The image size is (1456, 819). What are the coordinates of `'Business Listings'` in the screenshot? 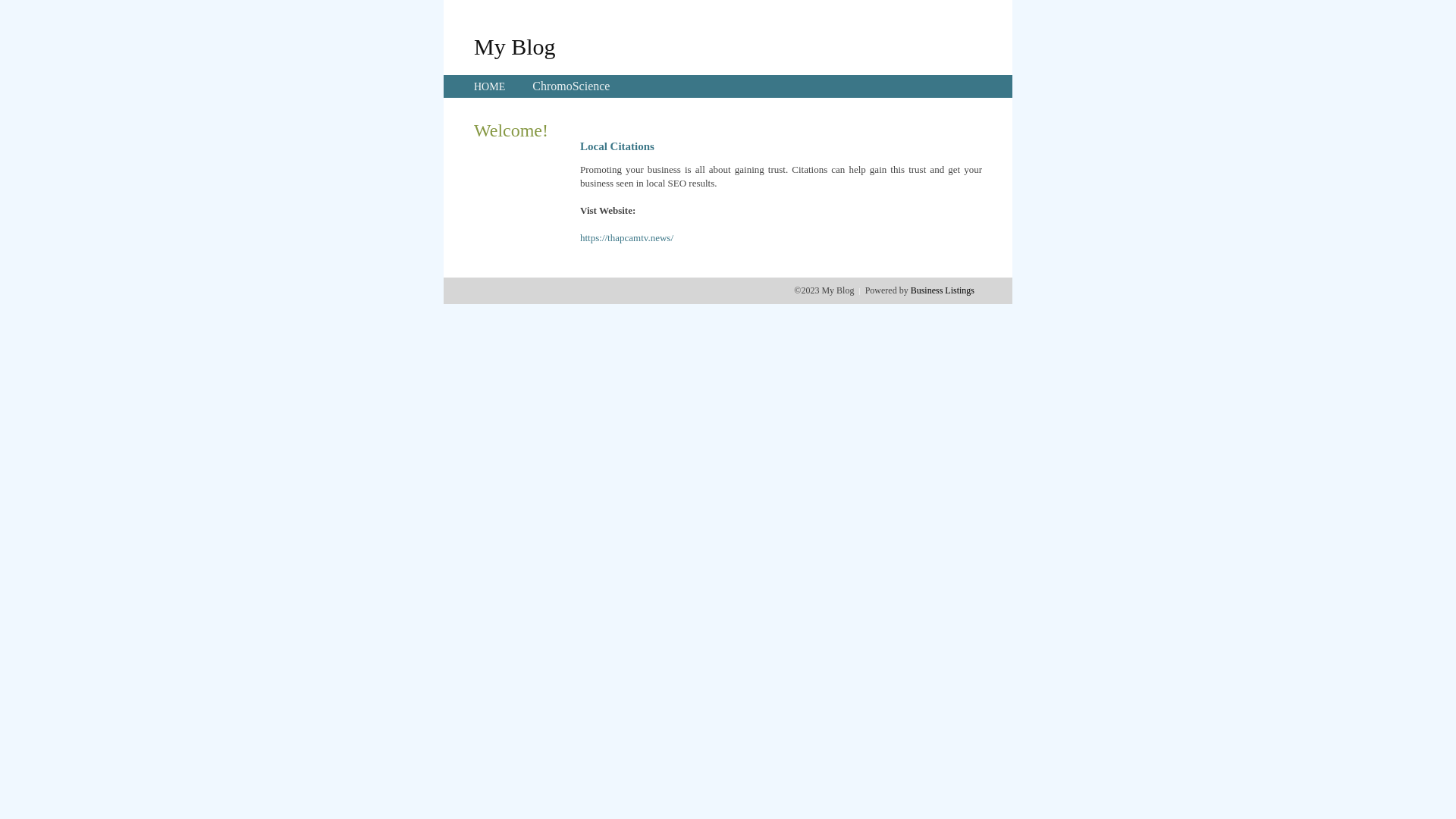 It's located at (910, 290).